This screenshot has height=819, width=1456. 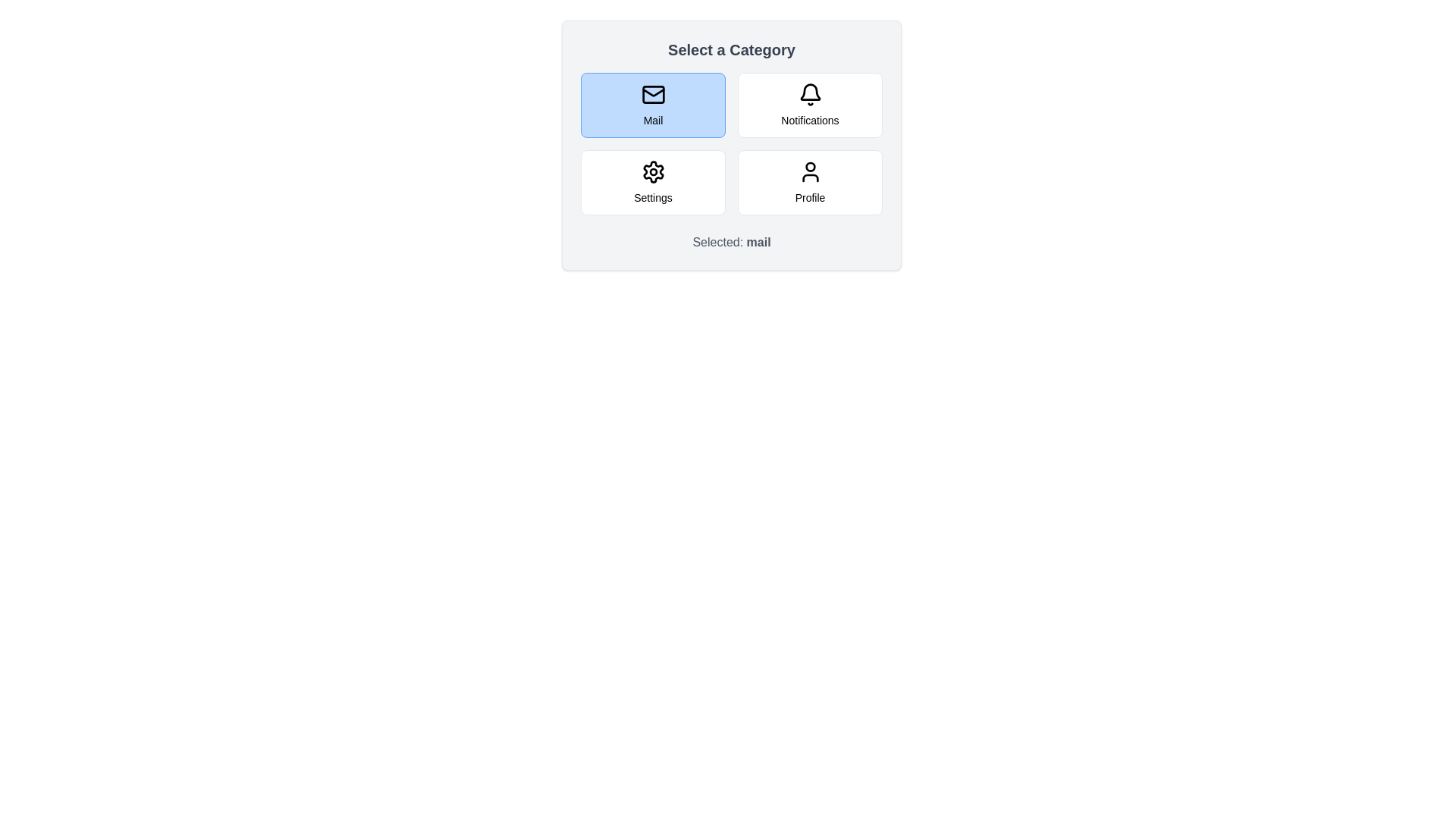 I want to click on the category button corresponding to Profile, so click(x=809, y=181).